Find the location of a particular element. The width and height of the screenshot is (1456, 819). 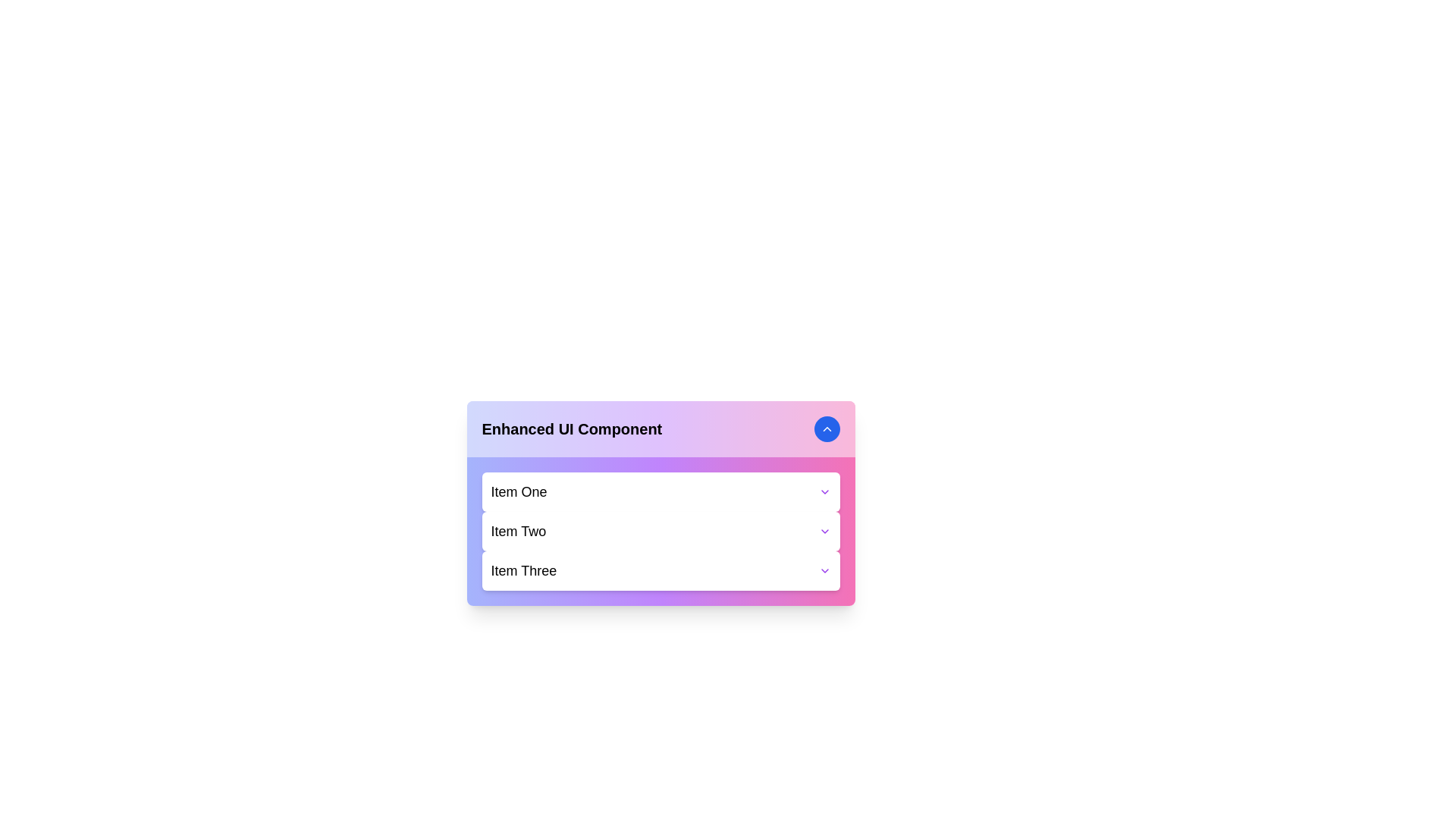

the List Item with Dropdown Functionality labeled 'Item One' to trigger visual feedback is located at coordinates (661, 491).